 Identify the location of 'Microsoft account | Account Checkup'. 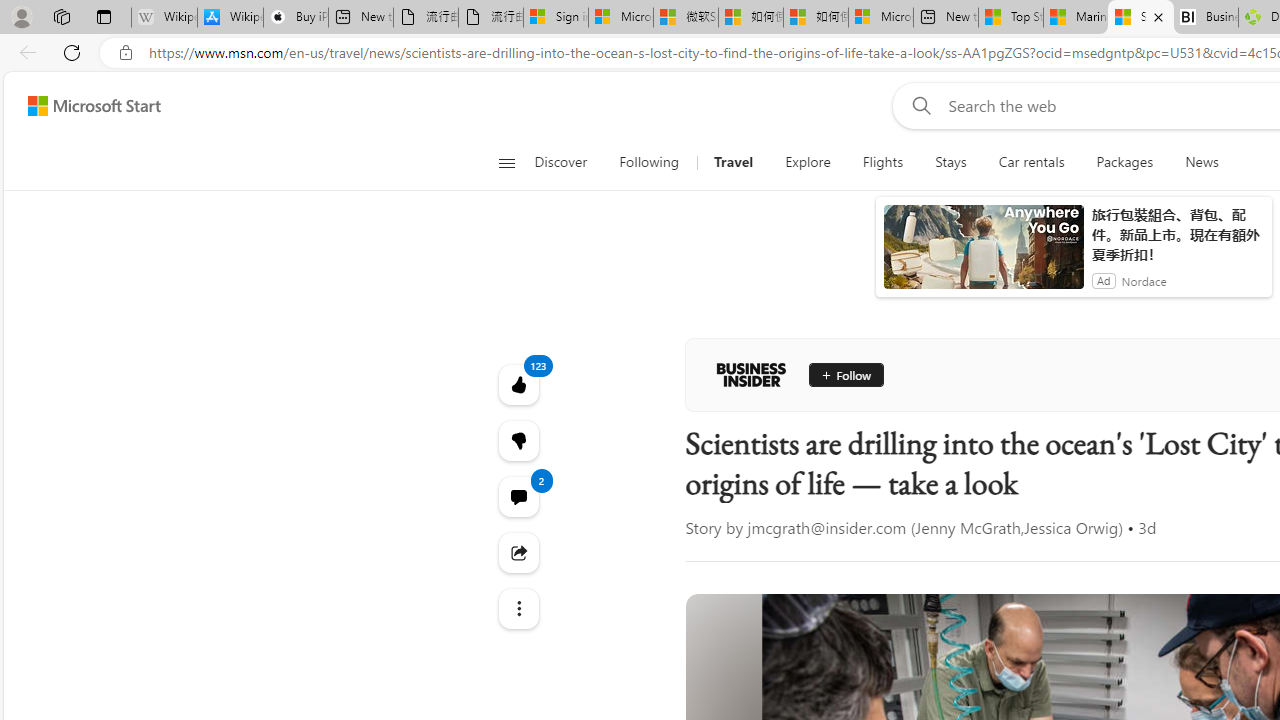
(880, 17).